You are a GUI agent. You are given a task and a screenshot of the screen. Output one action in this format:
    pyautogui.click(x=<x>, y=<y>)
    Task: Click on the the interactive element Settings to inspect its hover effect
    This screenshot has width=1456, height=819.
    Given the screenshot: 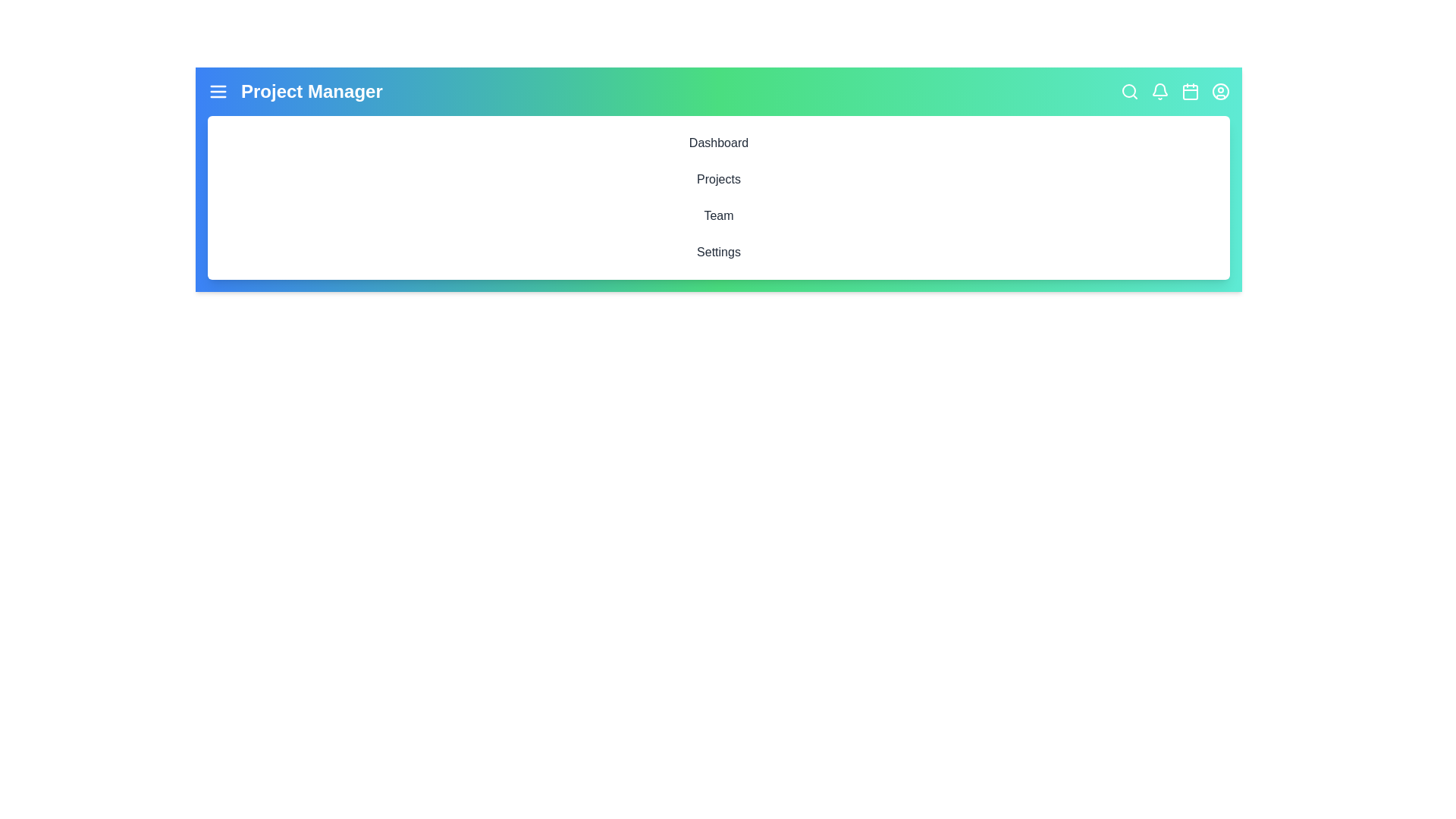 What is the action you would take?
    pyautogui.click(x=718, y=251)
    